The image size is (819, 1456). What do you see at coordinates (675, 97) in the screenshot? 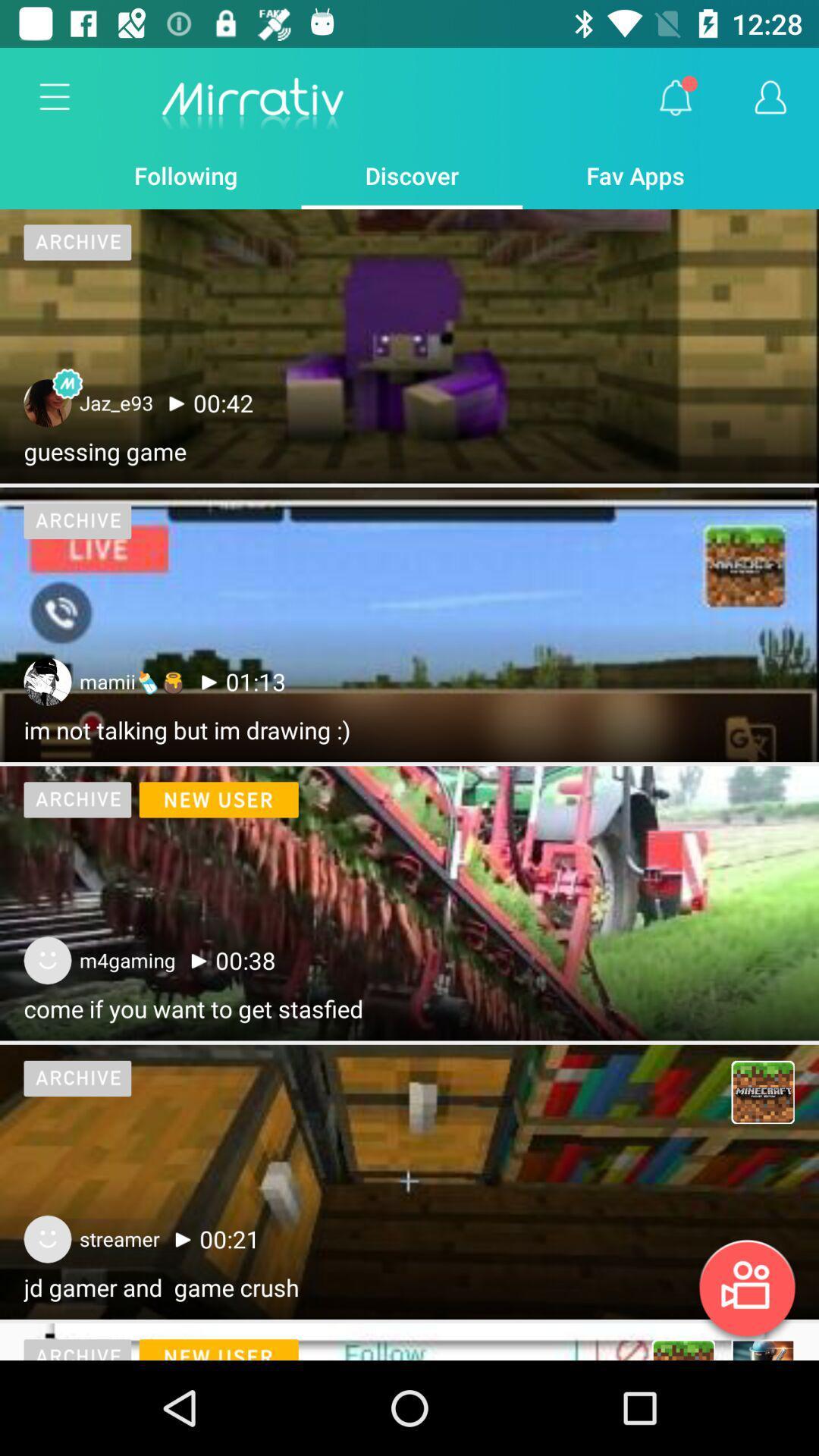
I see `item to the right of discover` at bounding box center [675, 97].